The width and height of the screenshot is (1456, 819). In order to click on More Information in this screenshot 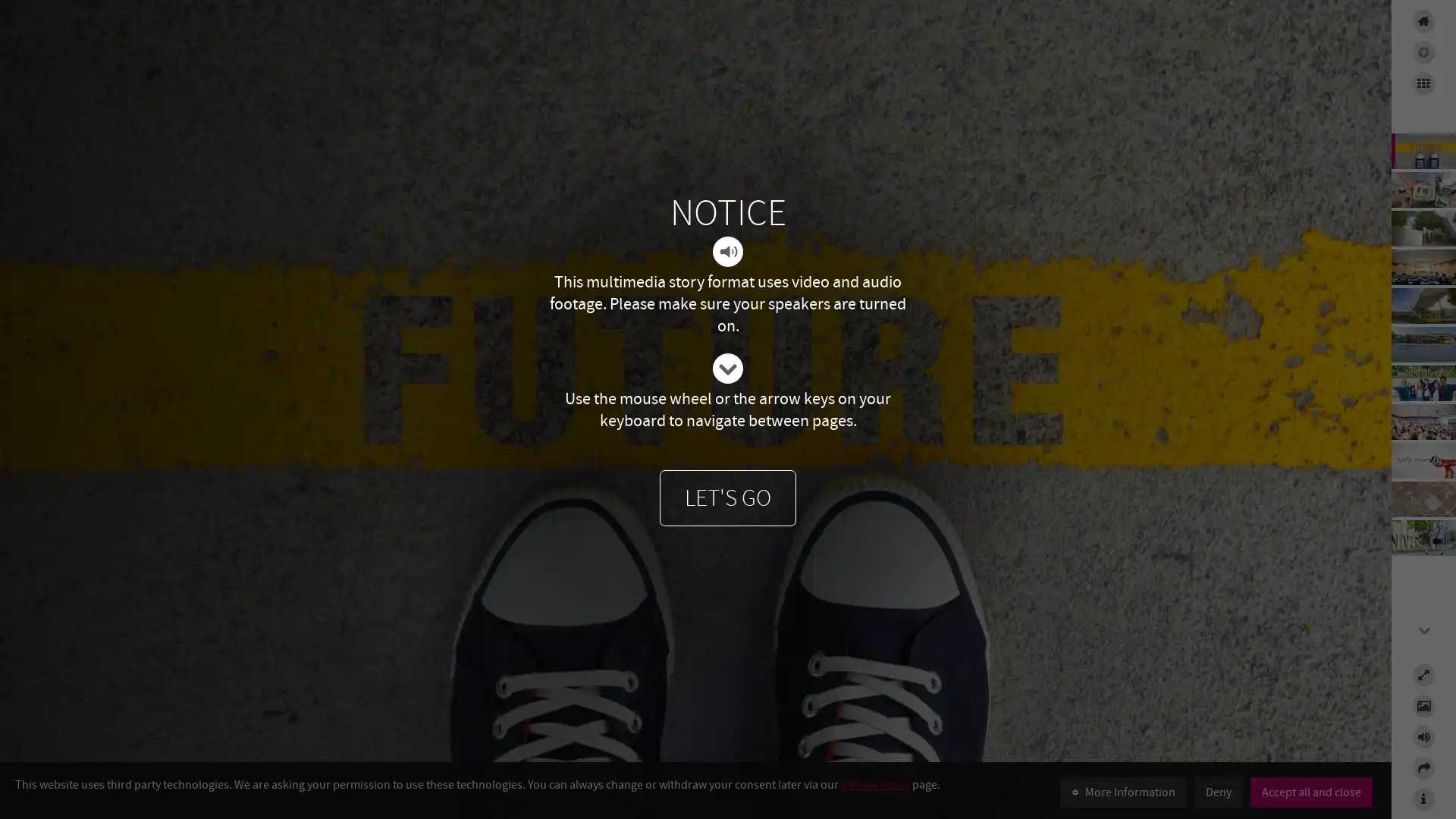, I will do `click(1123, 792)`.